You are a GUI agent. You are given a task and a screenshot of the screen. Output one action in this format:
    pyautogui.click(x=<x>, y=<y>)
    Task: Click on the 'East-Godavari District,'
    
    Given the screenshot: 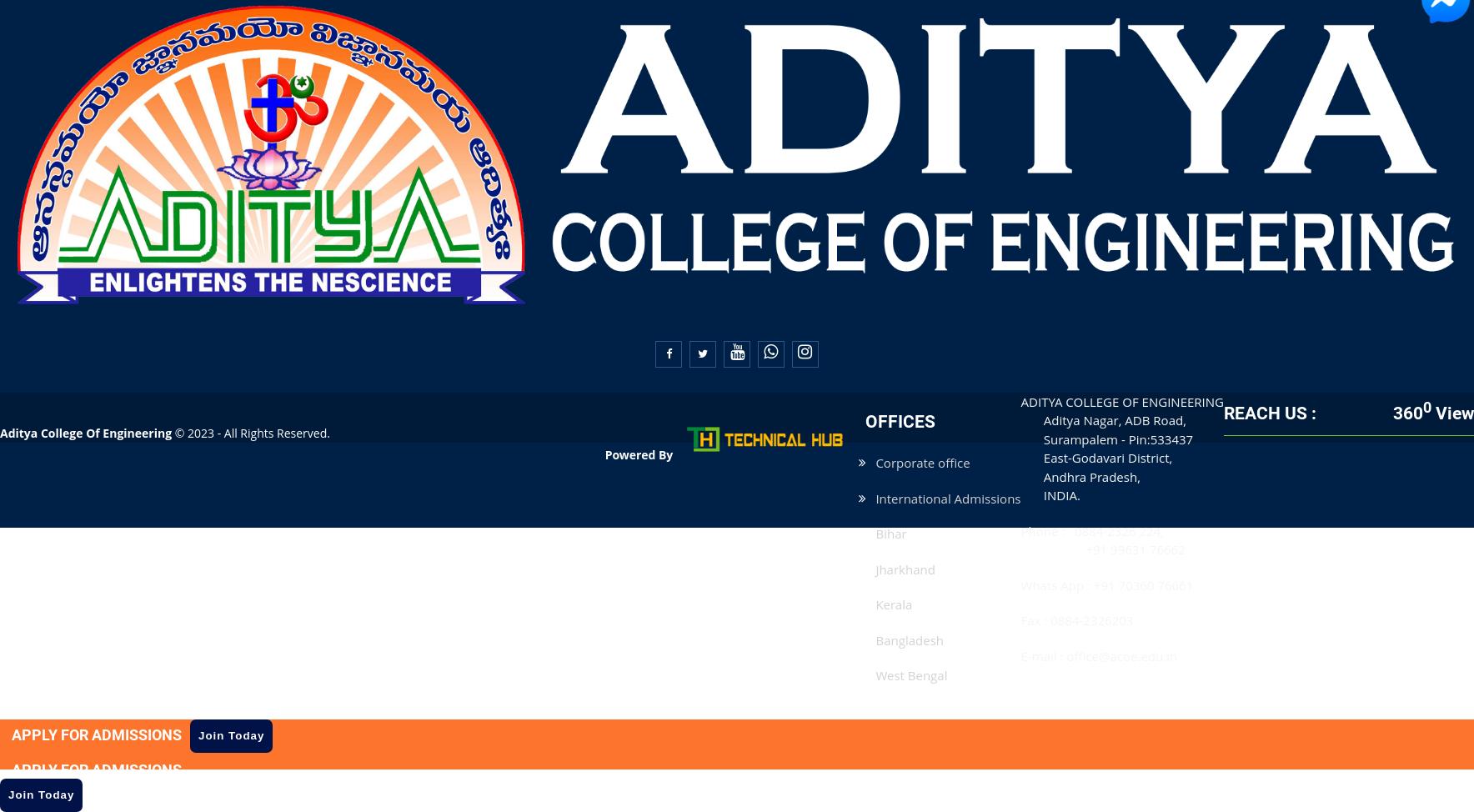 What is the action you would take?
    pyautogui.click(x=1111, y=458)
    